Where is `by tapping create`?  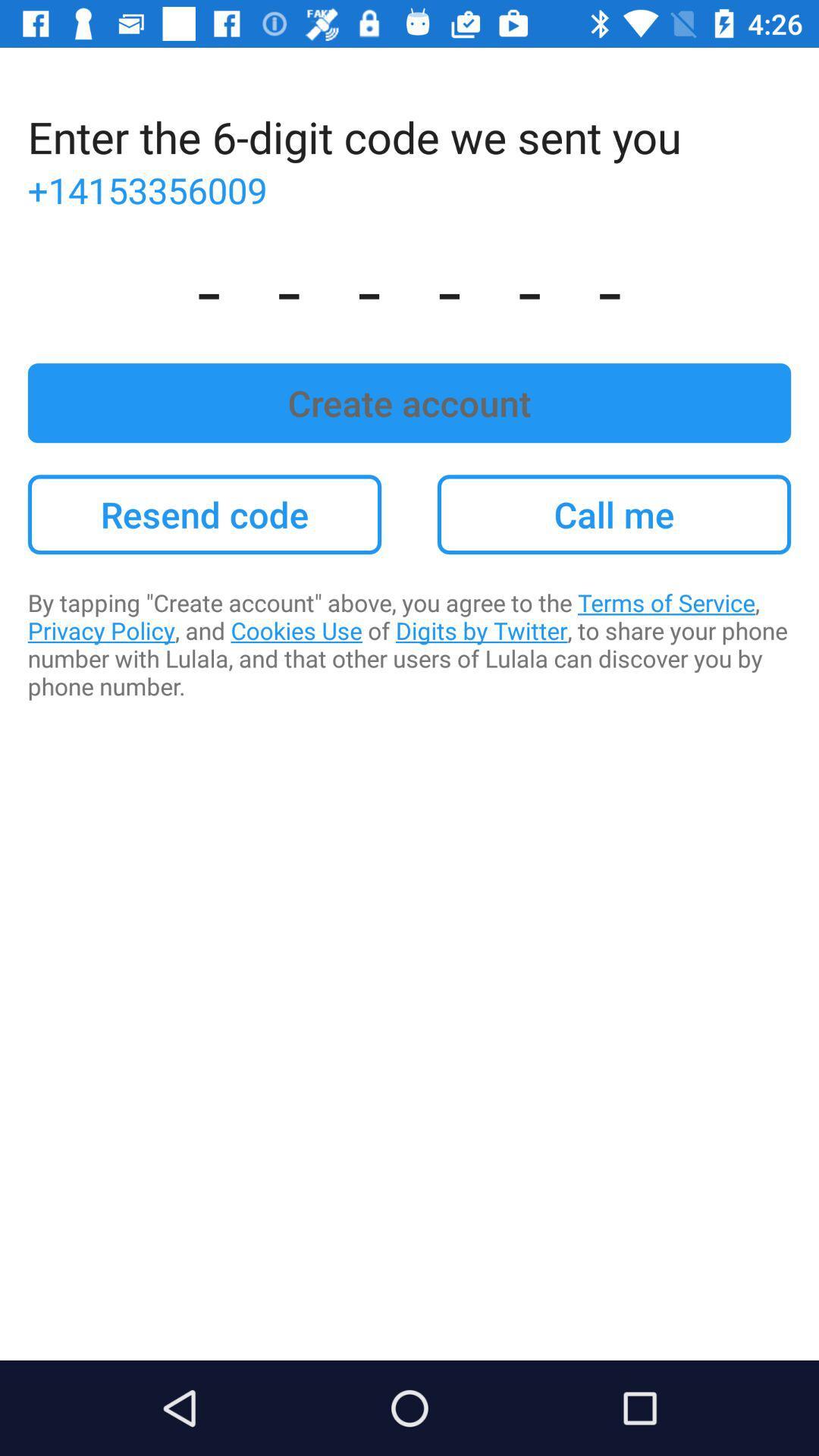
by tapping create is located at coordinates (409, 644).